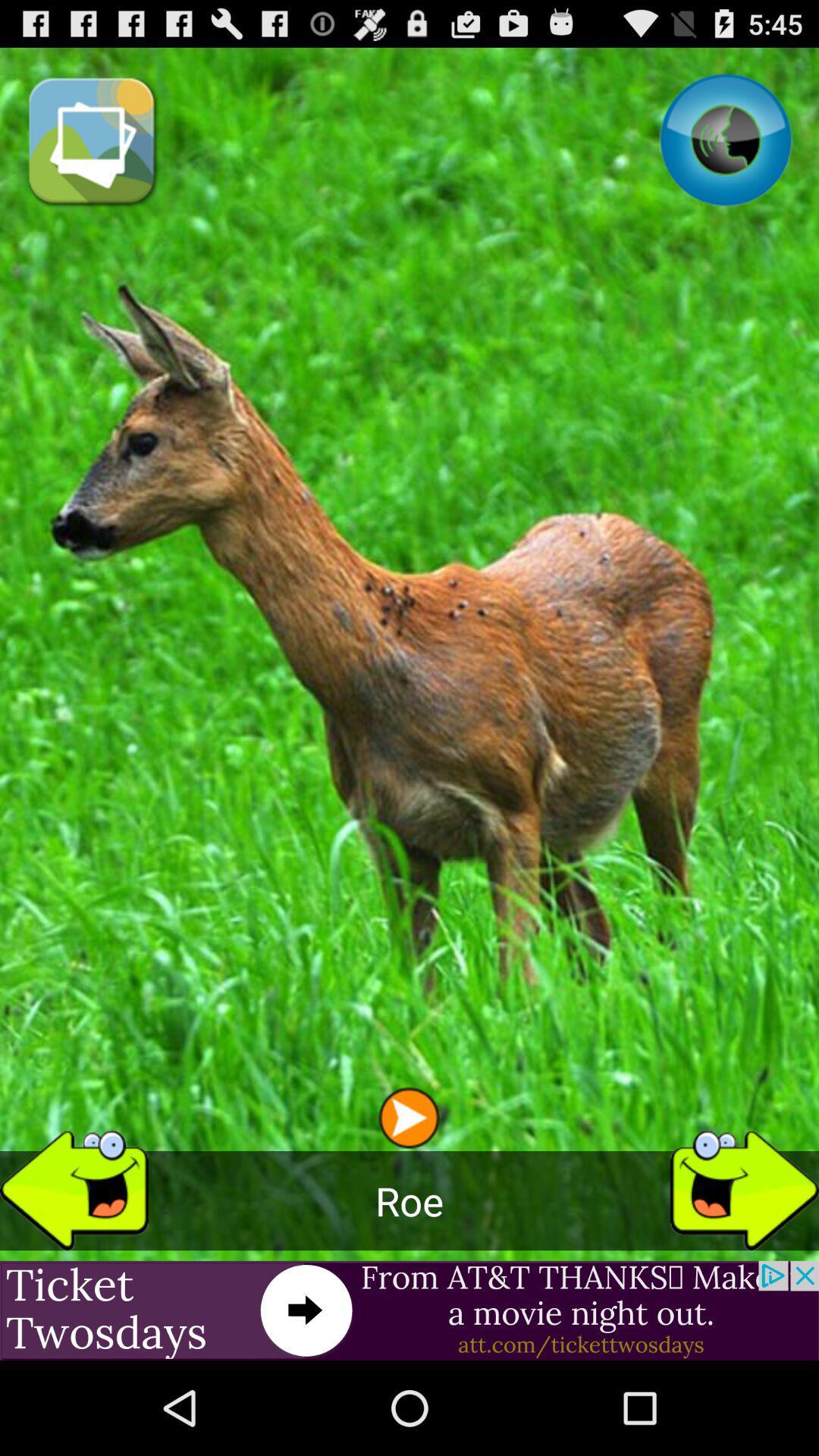 Image resolution: width=819 pixels, height=1456 pixels. Describe the element at coordinates (93, 140) in the screenshot. I see `the item at the top left corner` at that location.